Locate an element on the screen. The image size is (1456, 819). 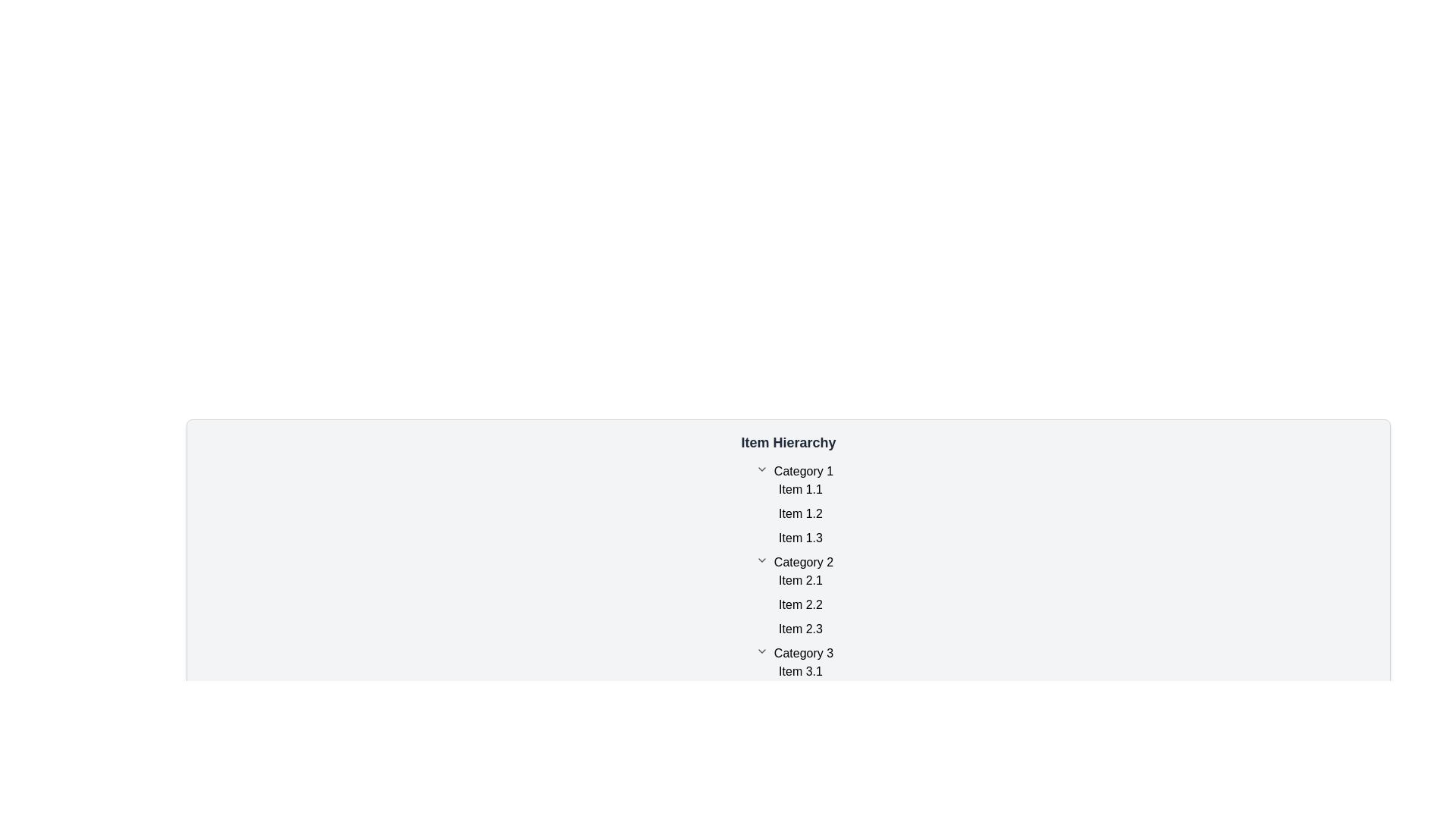
the static label displaying 'Item 1.1', which is the first item under 'Category 1' in the hierarchical list is located at coordinates (800, 489).